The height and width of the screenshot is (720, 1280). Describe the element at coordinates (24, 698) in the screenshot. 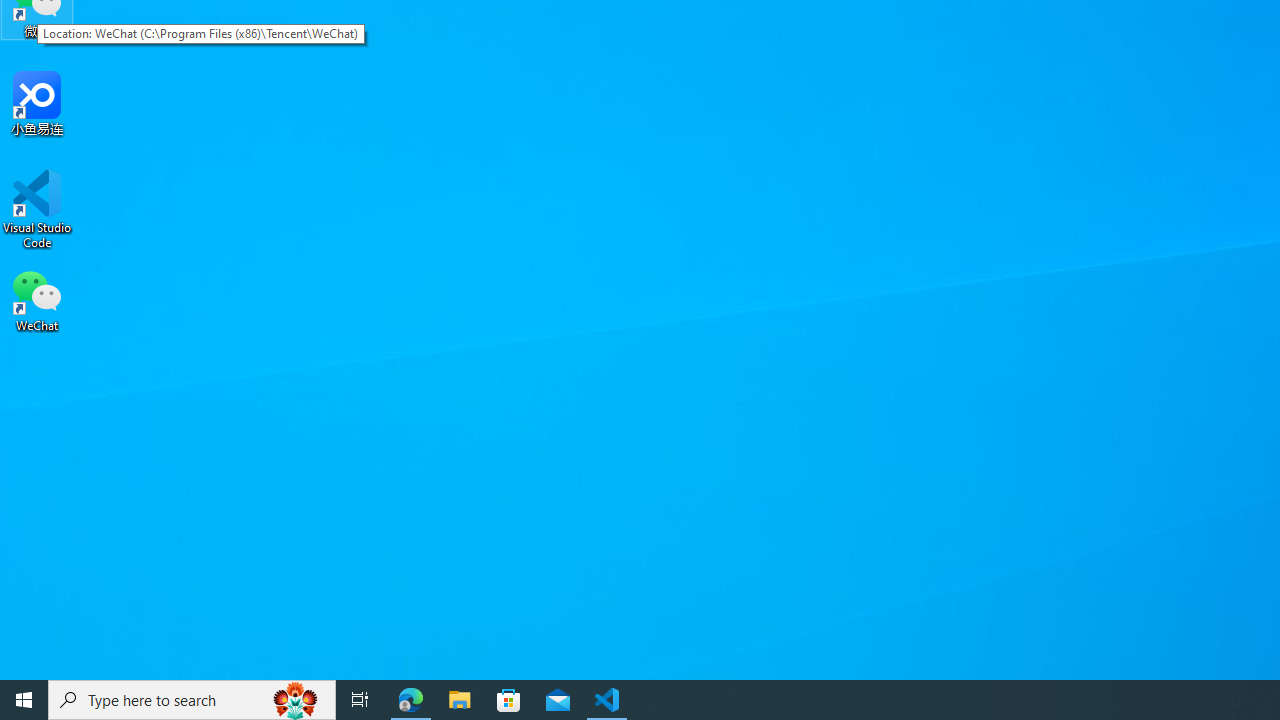

I see `'Start'` at that location.